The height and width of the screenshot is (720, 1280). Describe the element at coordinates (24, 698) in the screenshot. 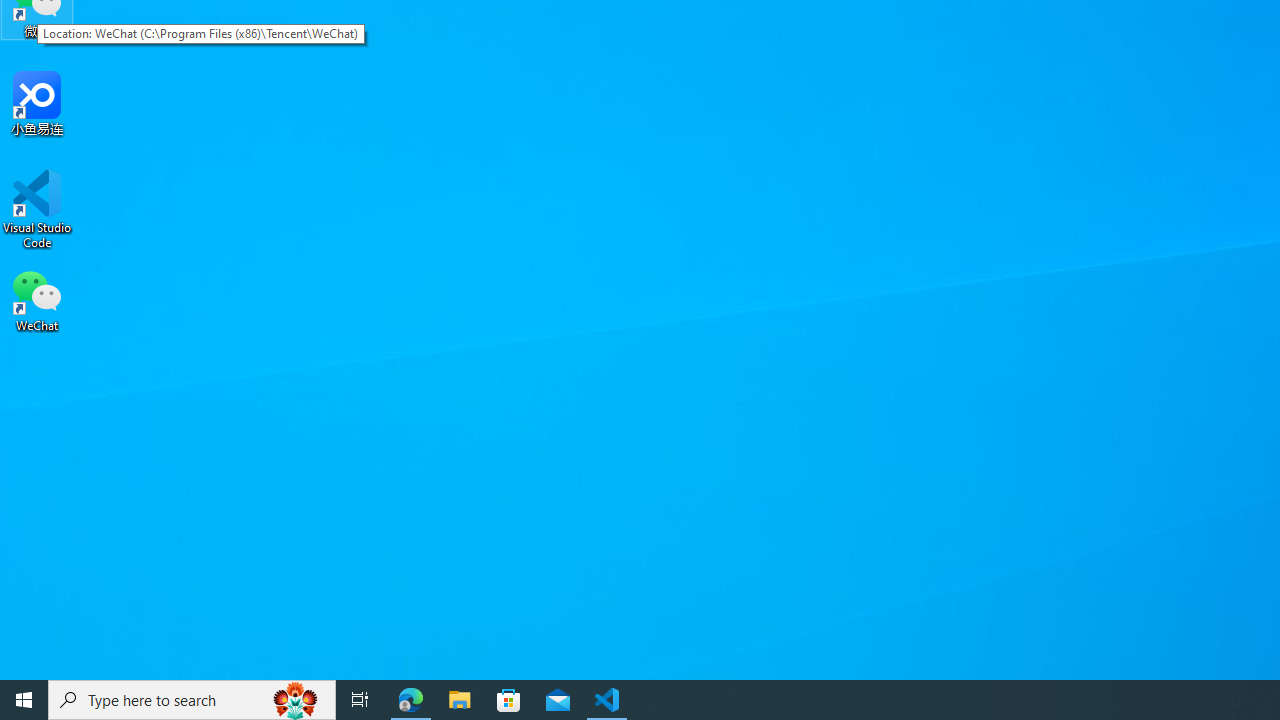

I see `'Start'` at that location.